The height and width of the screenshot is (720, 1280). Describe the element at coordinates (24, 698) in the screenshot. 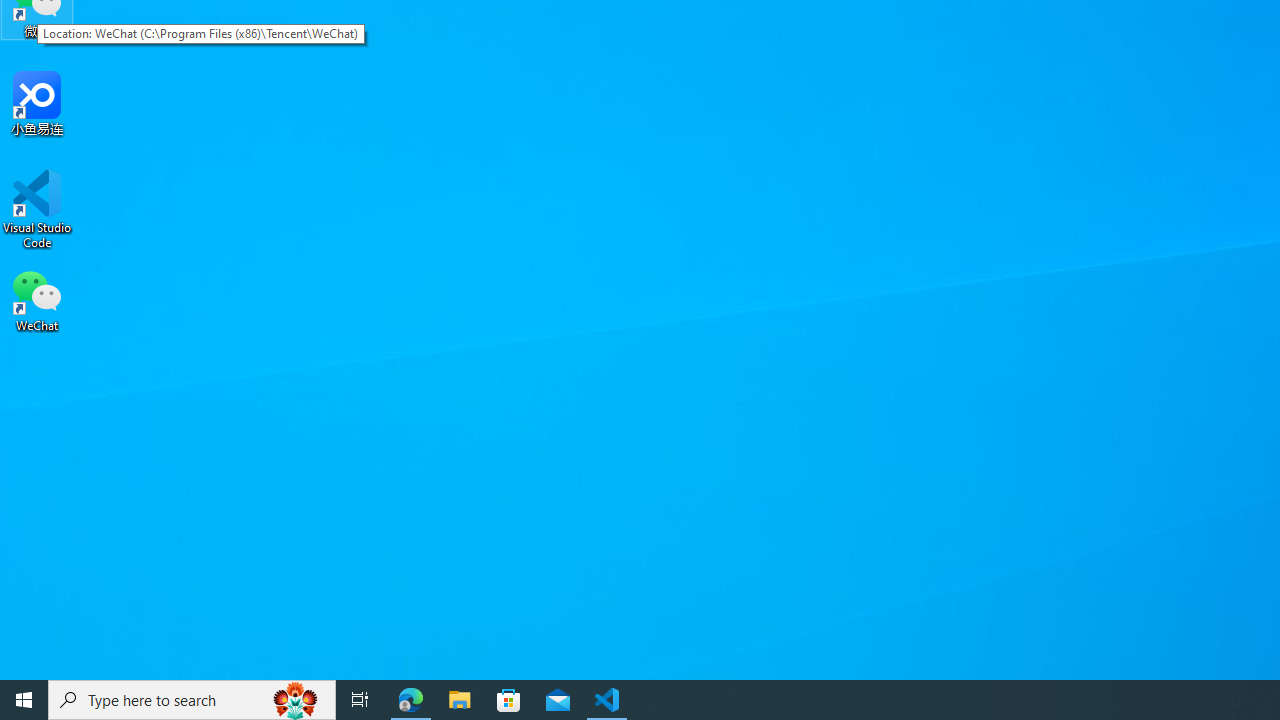

I see `'Start'` at that location.